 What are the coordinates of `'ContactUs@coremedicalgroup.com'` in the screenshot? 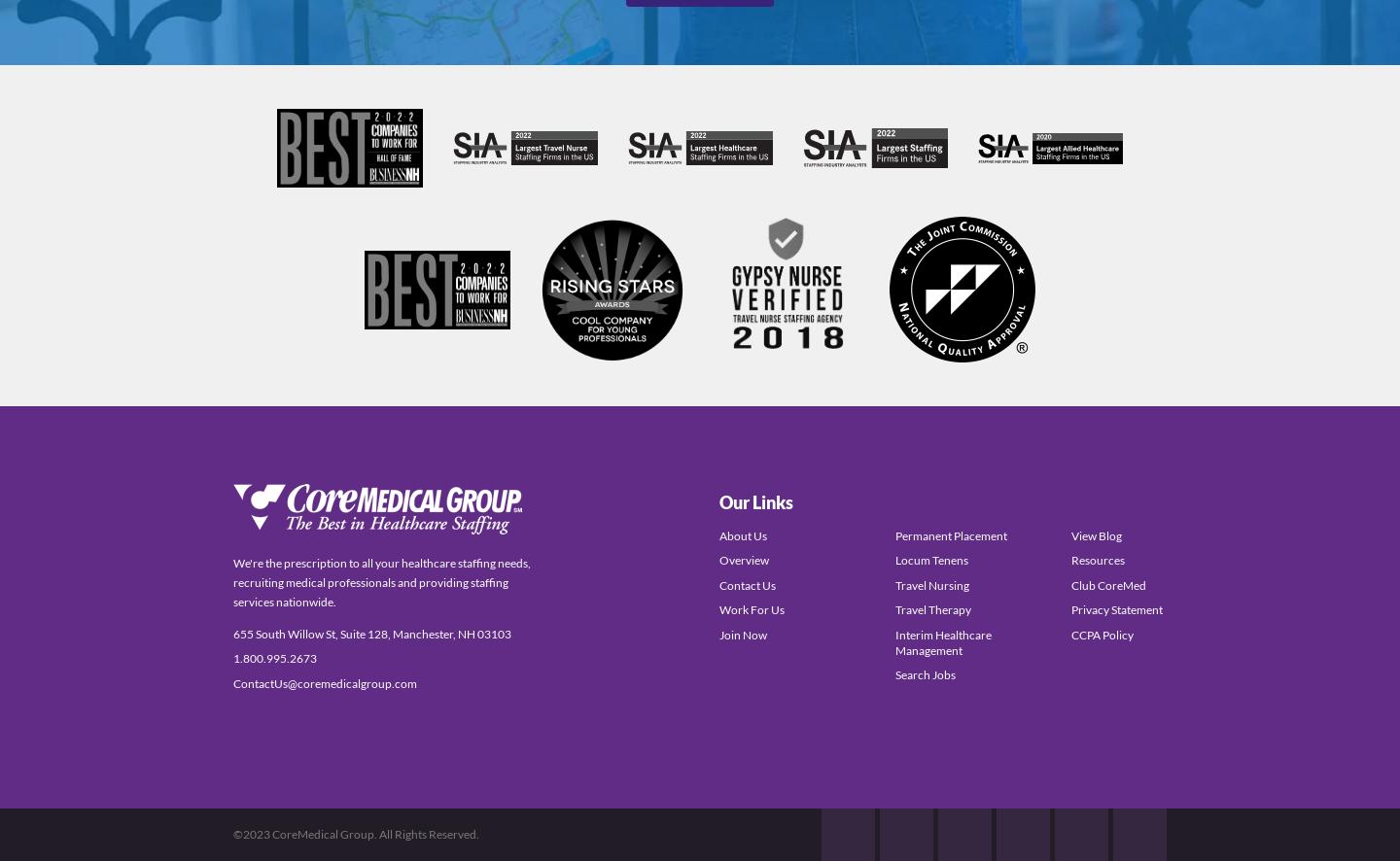 It's located at (325, 681).